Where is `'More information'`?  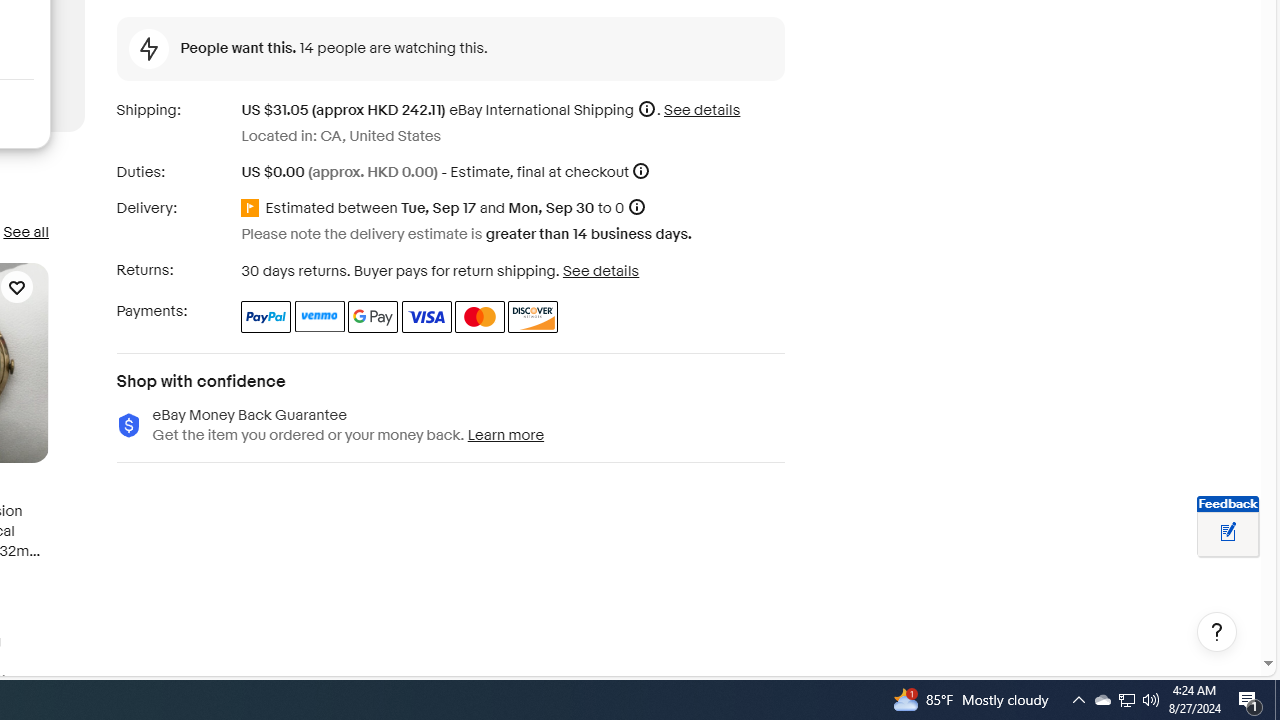
'More information' is located at coordinates (641, 170).